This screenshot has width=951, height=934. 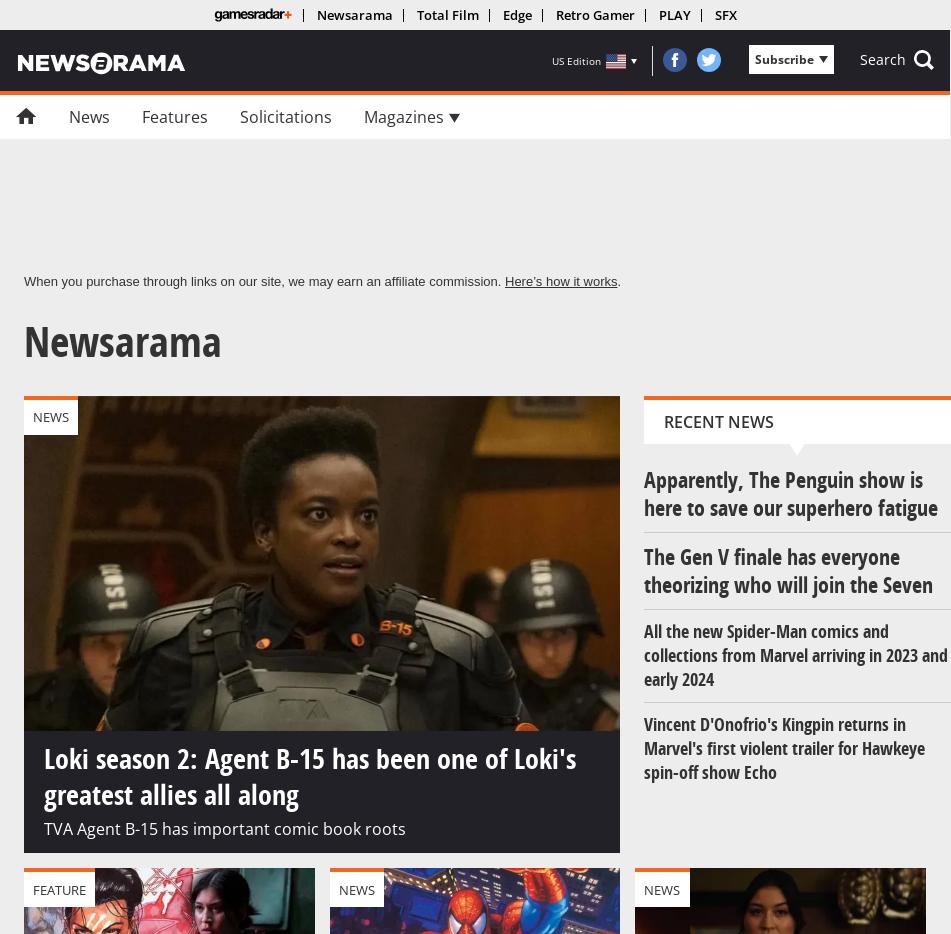 I want to click on 'Search', so click(x=858, y=59).